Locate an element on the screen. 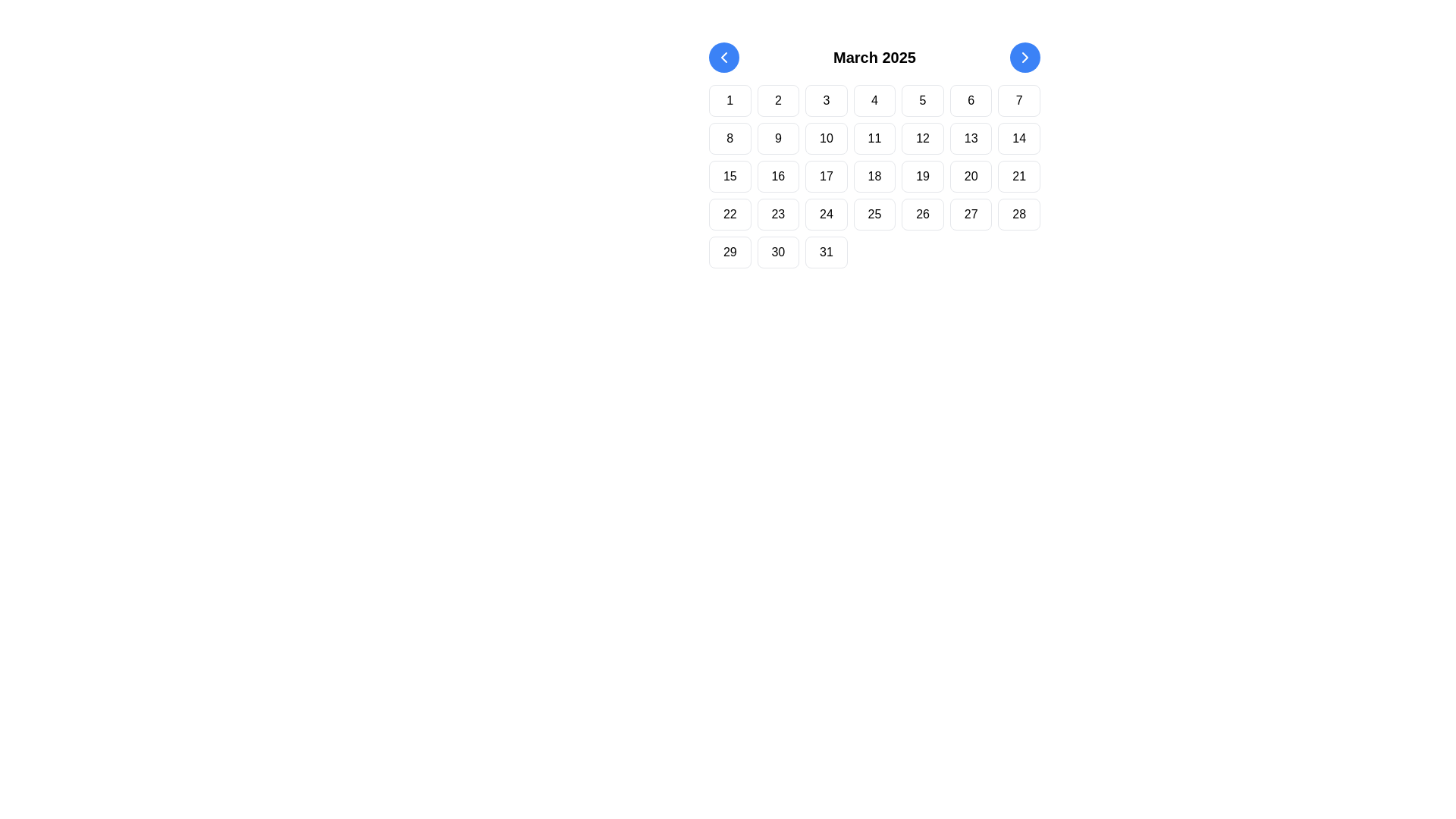  the static calendar day element displaying the number '11', located in the second row and fourth column of the calendar grid is located at coordinates (874, 138).